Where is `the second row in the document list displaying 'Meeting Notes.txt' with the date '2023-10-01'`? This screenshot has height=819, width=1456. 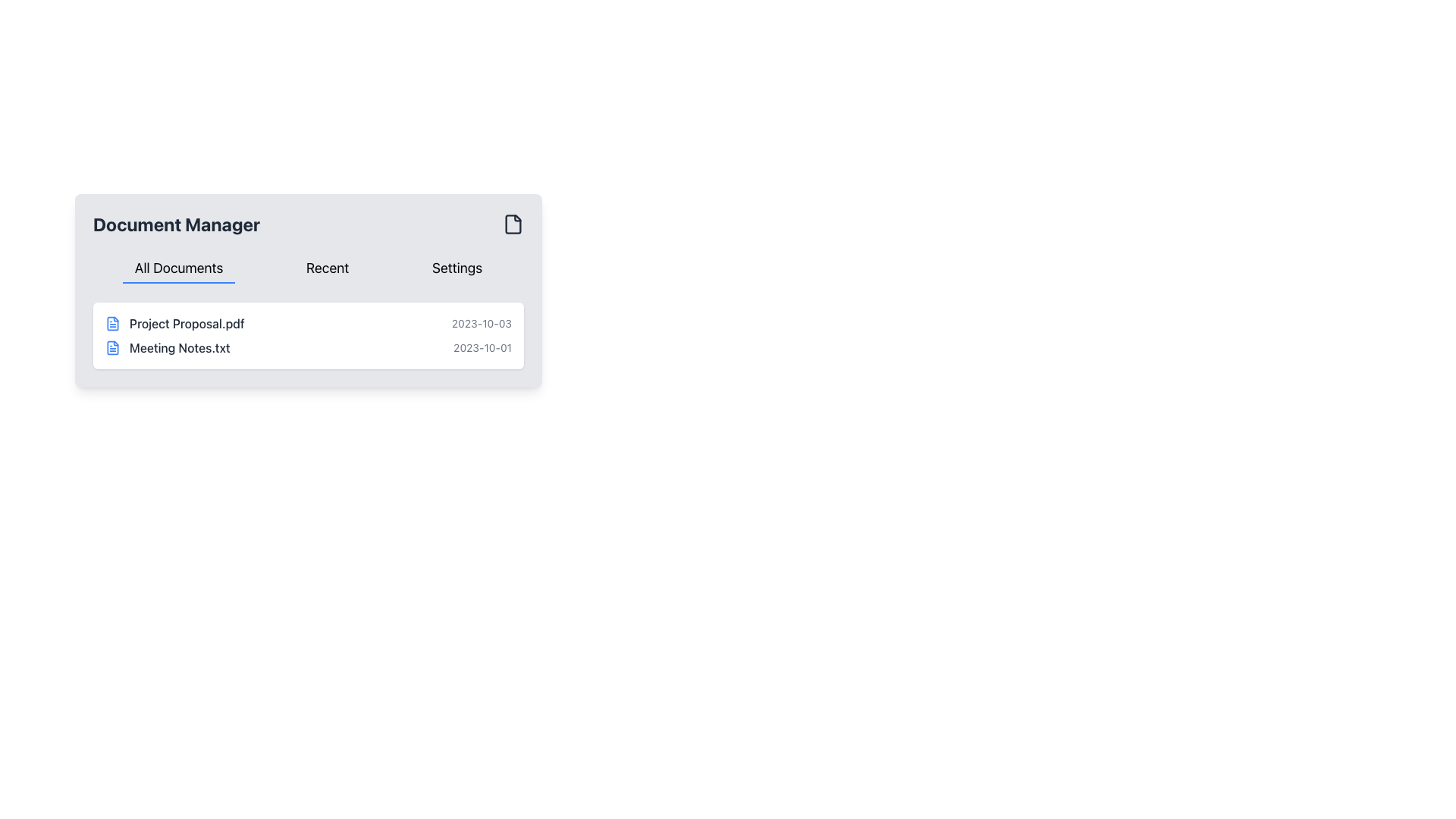 the second row in the document list displaying 'Meeting Notes.txt' with the date '2023-10-01' is located at coordinates (308, 348).